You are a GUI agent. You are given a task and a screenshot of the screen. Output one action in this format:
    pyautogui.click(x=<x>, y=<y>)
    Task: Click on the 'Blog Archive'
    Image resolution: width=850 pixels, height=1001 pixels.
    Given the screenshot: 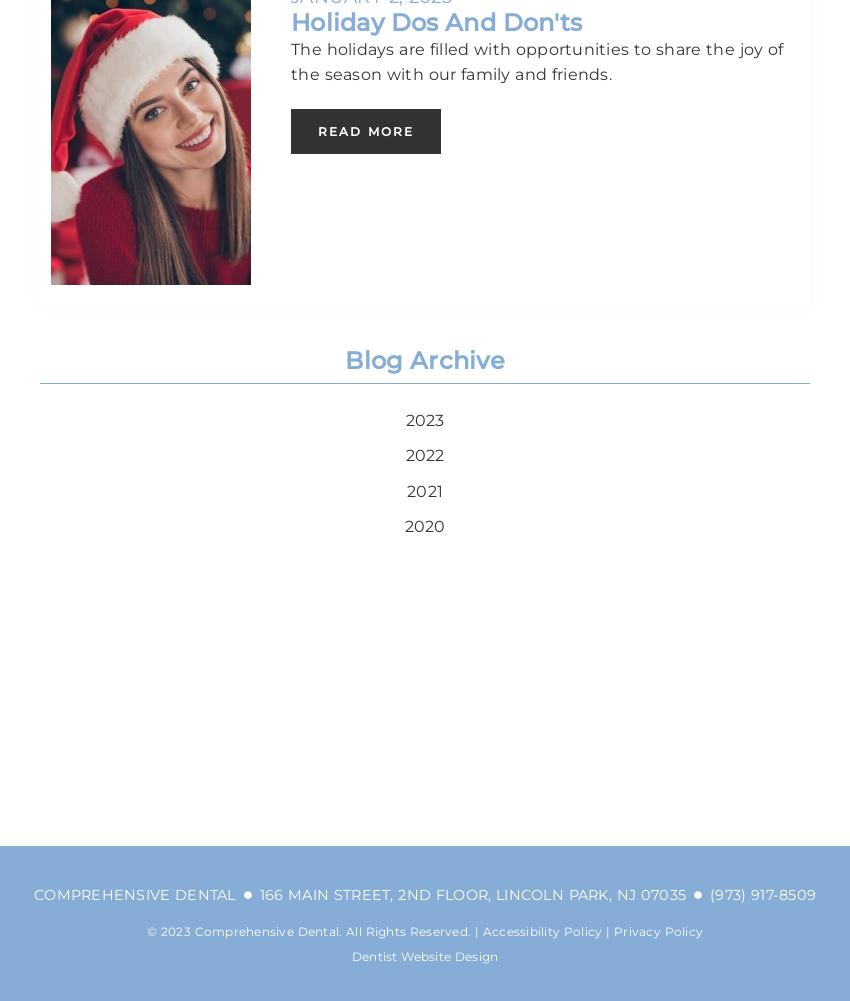 What is the action you would take?
    pyautogui.click(x=424, y=358)
    